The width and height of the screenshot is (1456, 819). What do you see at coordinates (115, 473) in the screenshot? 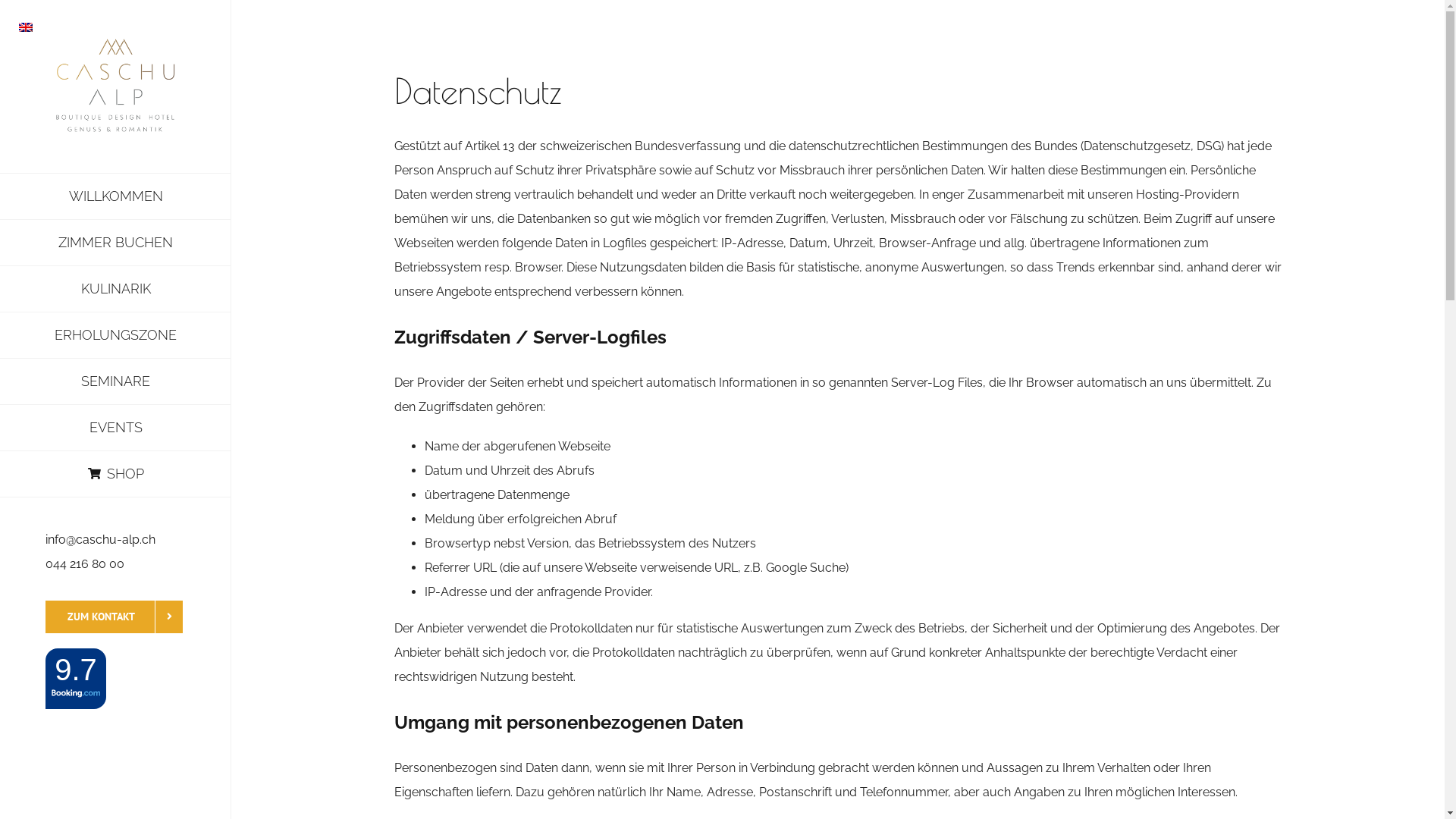
I see `'SHOP'` at bounding box center [115, 473].